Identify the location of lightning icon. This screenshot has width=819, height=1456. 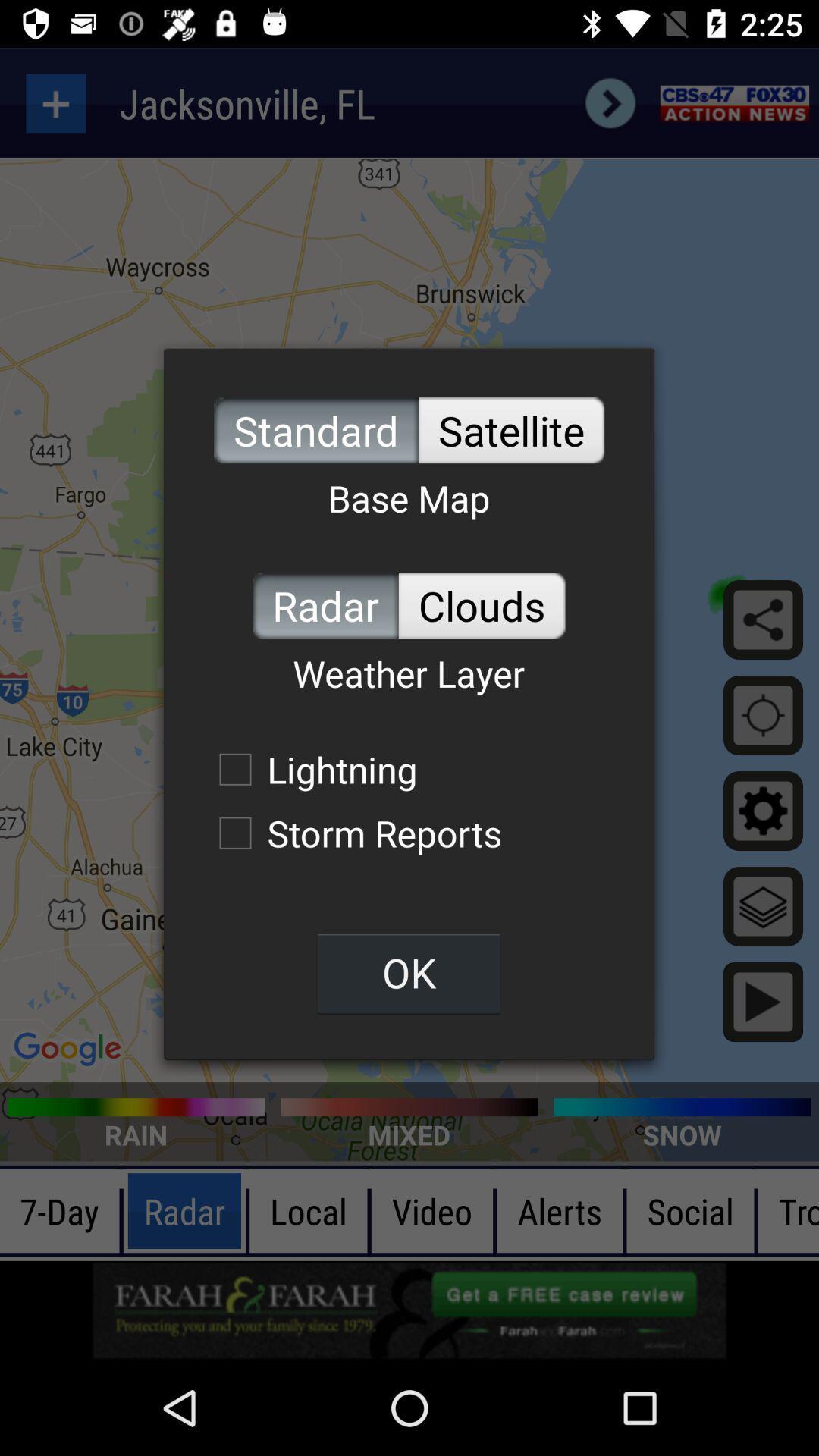
(309, 769).